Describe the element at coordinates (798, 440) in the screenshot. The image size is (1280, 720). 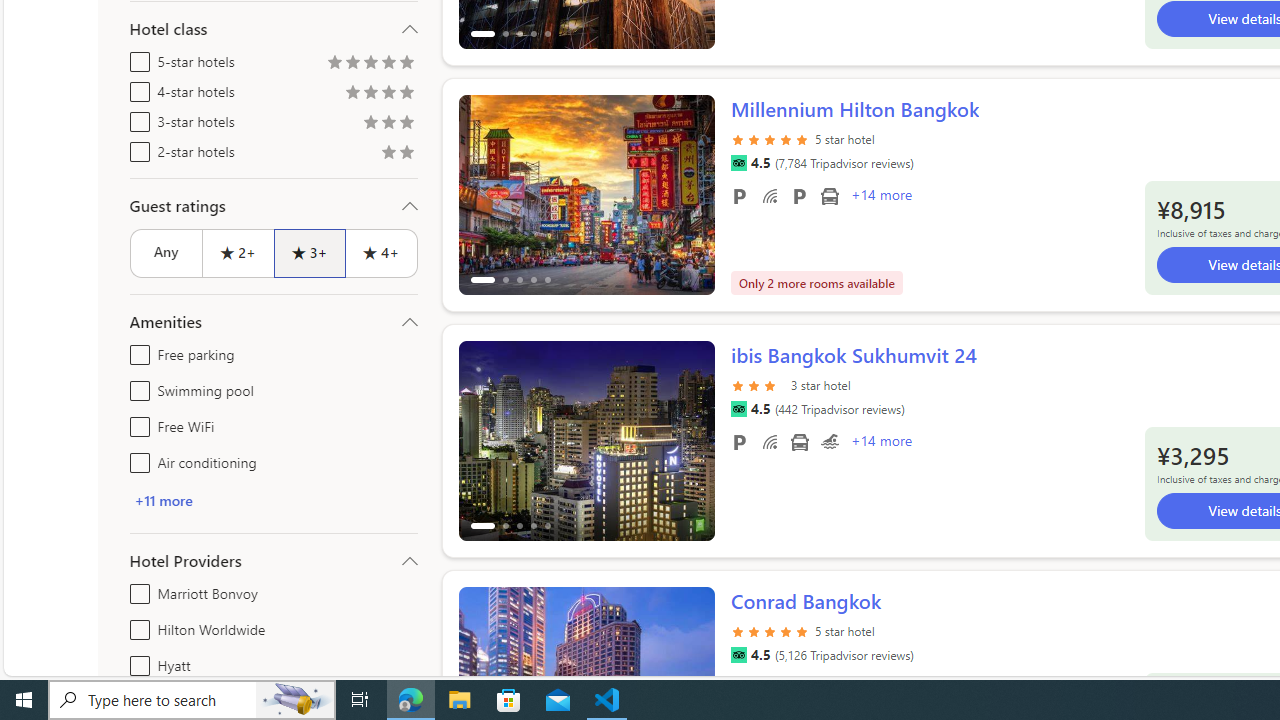
I see `'Airport transportation'` at that location.